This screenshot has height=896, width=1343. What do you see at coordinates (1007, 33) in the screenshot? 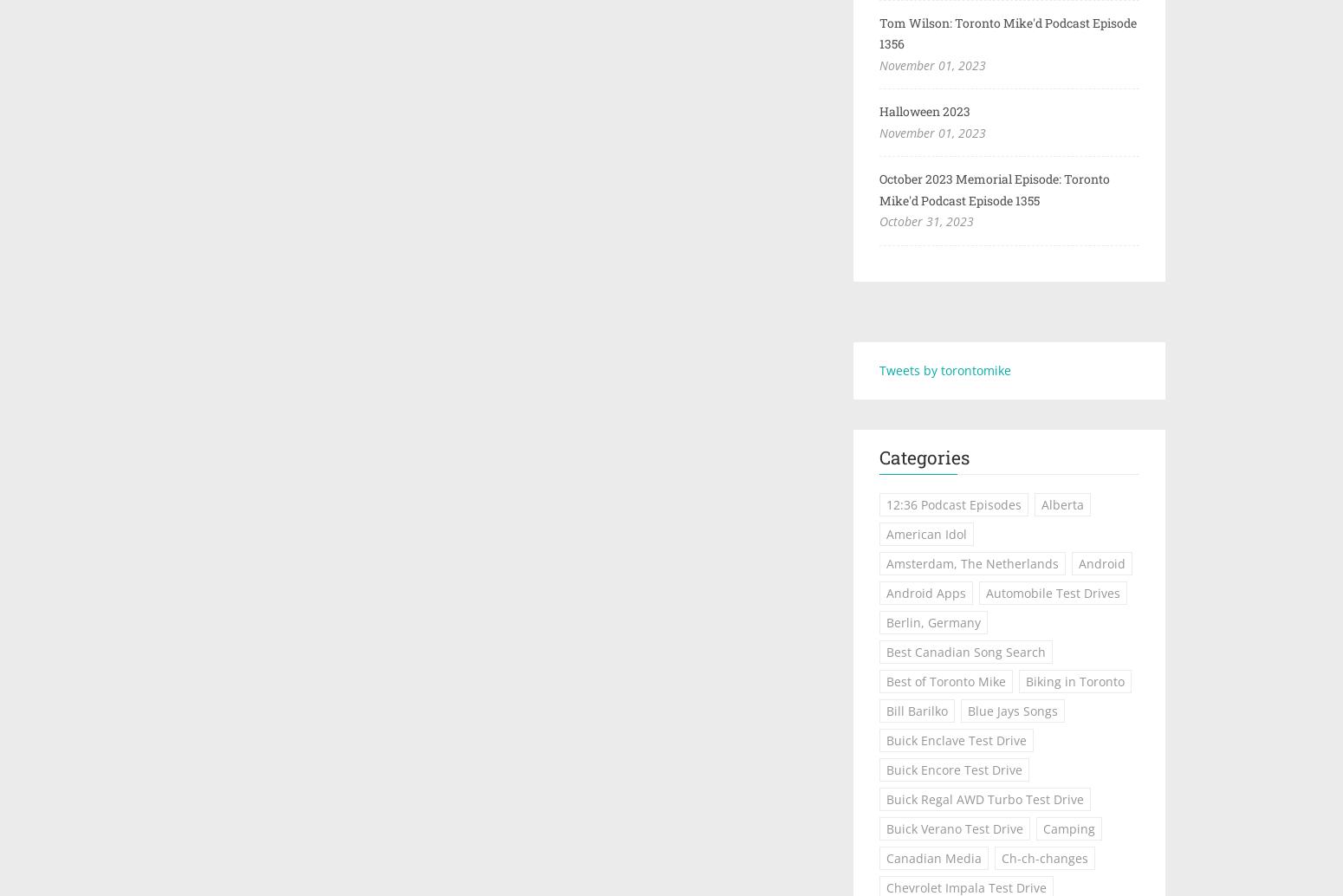
I see `'Tom Wilson: Toronto Mike'd Podcast Episode 1356'` at bounding box center [1007, 33].